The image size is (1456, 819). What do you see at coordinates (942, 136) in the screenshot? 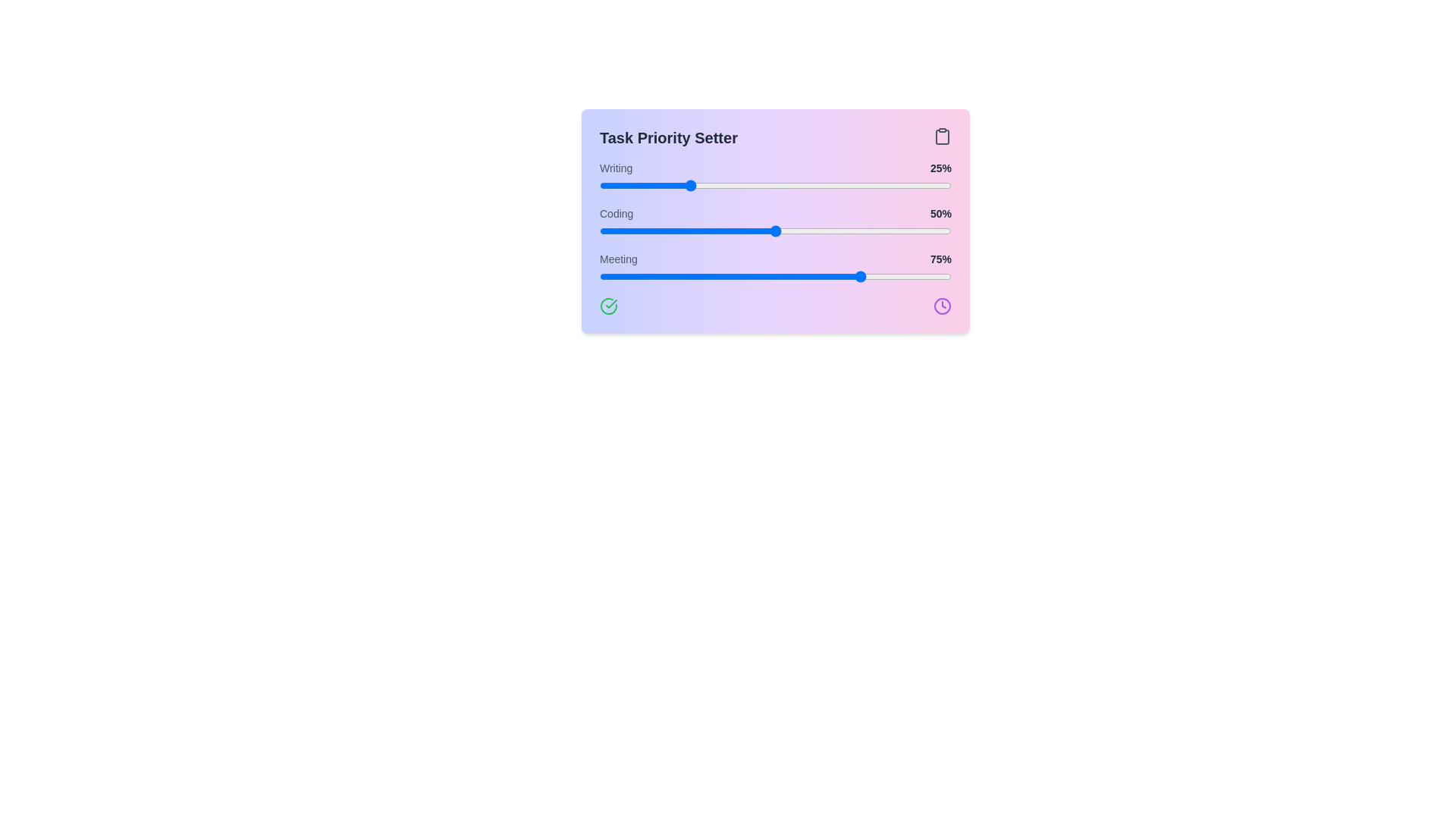
I see `the clipboard icon to trigger its functionality` at bounding box center [942, 136].